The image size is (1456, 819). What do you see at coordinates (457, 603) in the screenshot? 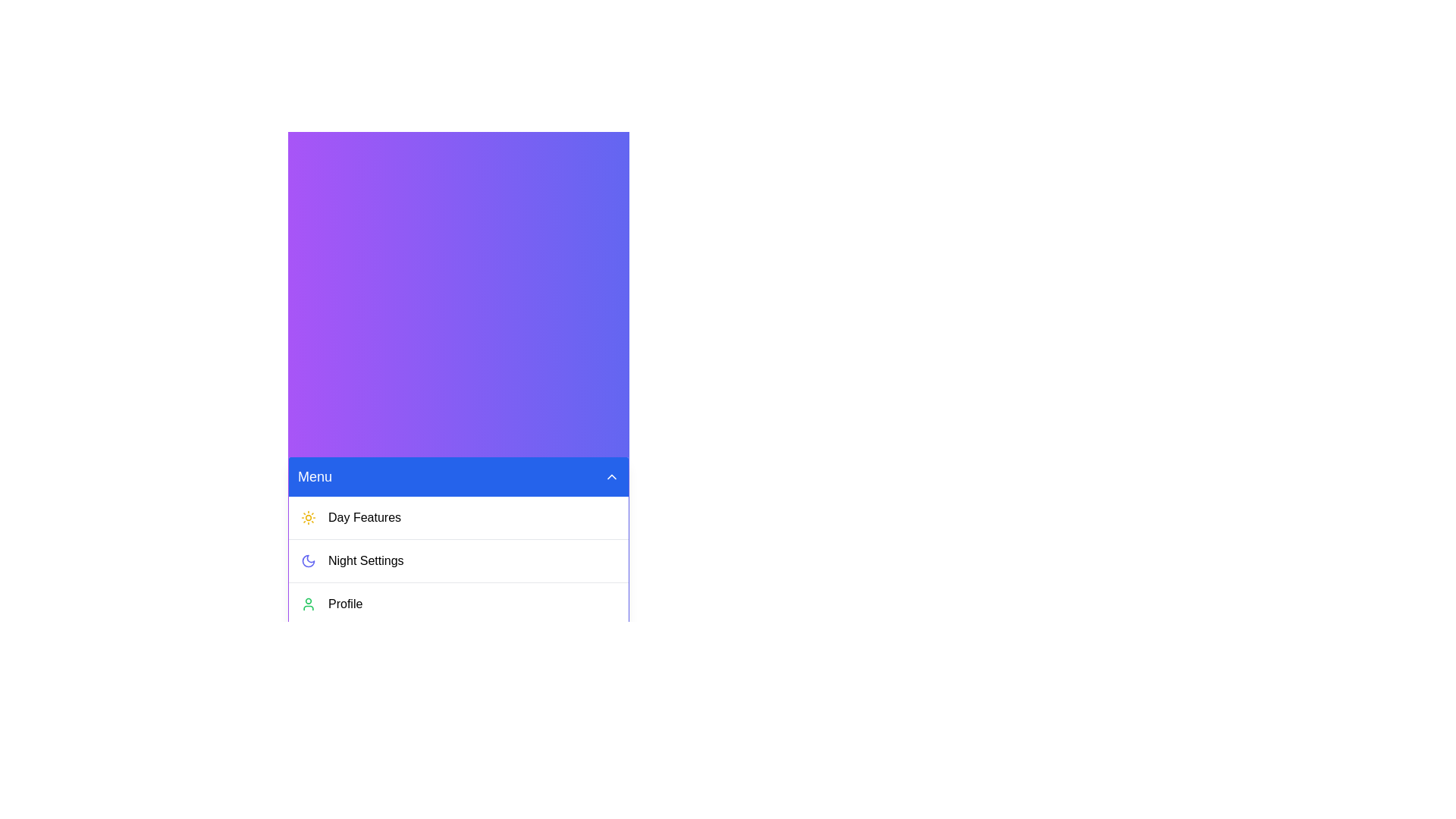
I see `the 'Profile' menu item` at bounding box center [457, 603].